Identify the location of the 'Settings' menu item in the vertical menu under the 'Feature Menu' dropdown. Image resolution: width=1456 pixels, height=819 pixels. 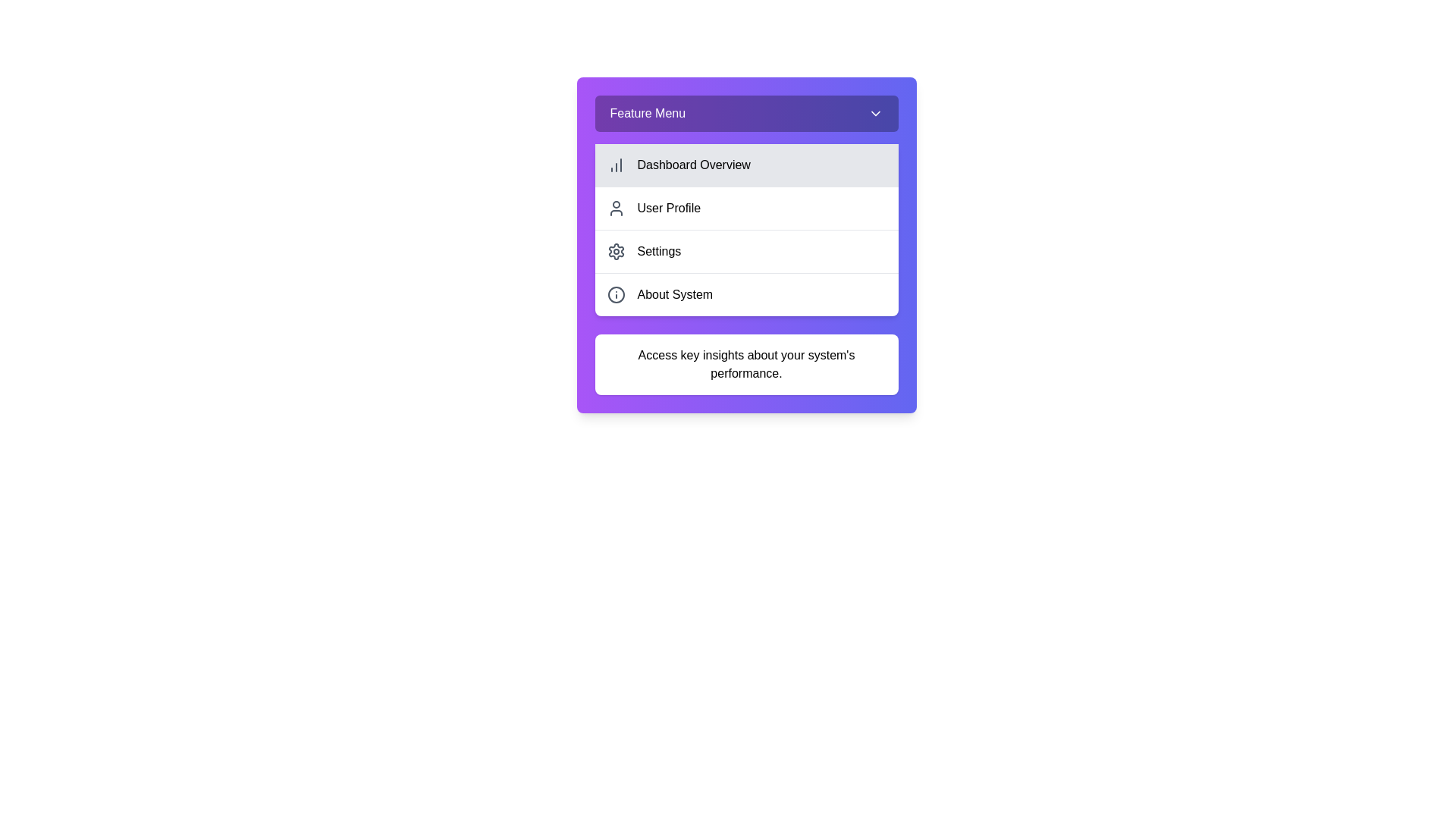
(746, 244).